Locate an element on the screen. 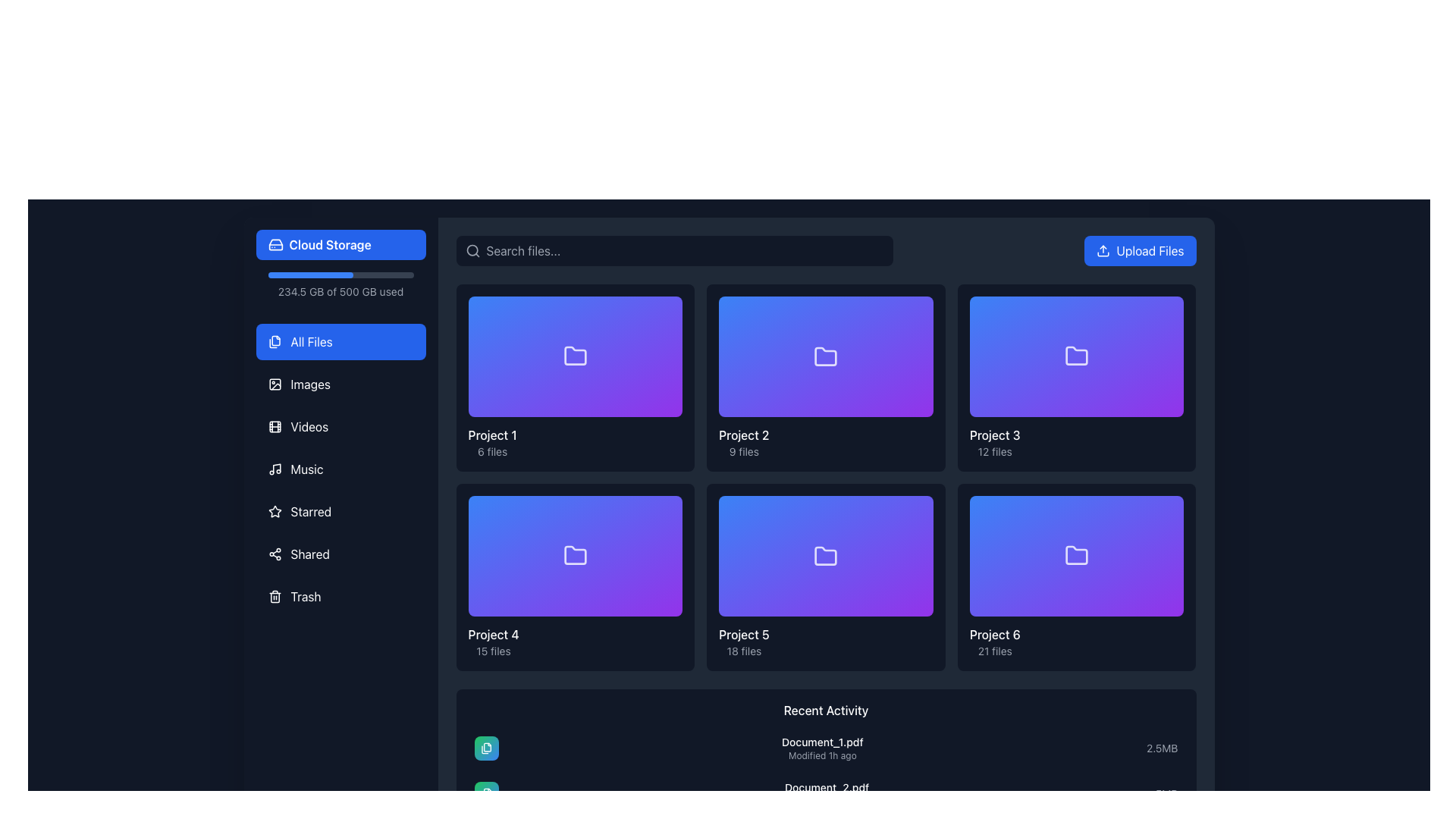  the Menu button located in the top-right corner of the 'Project 4' card is located at coordinates (667, 511).